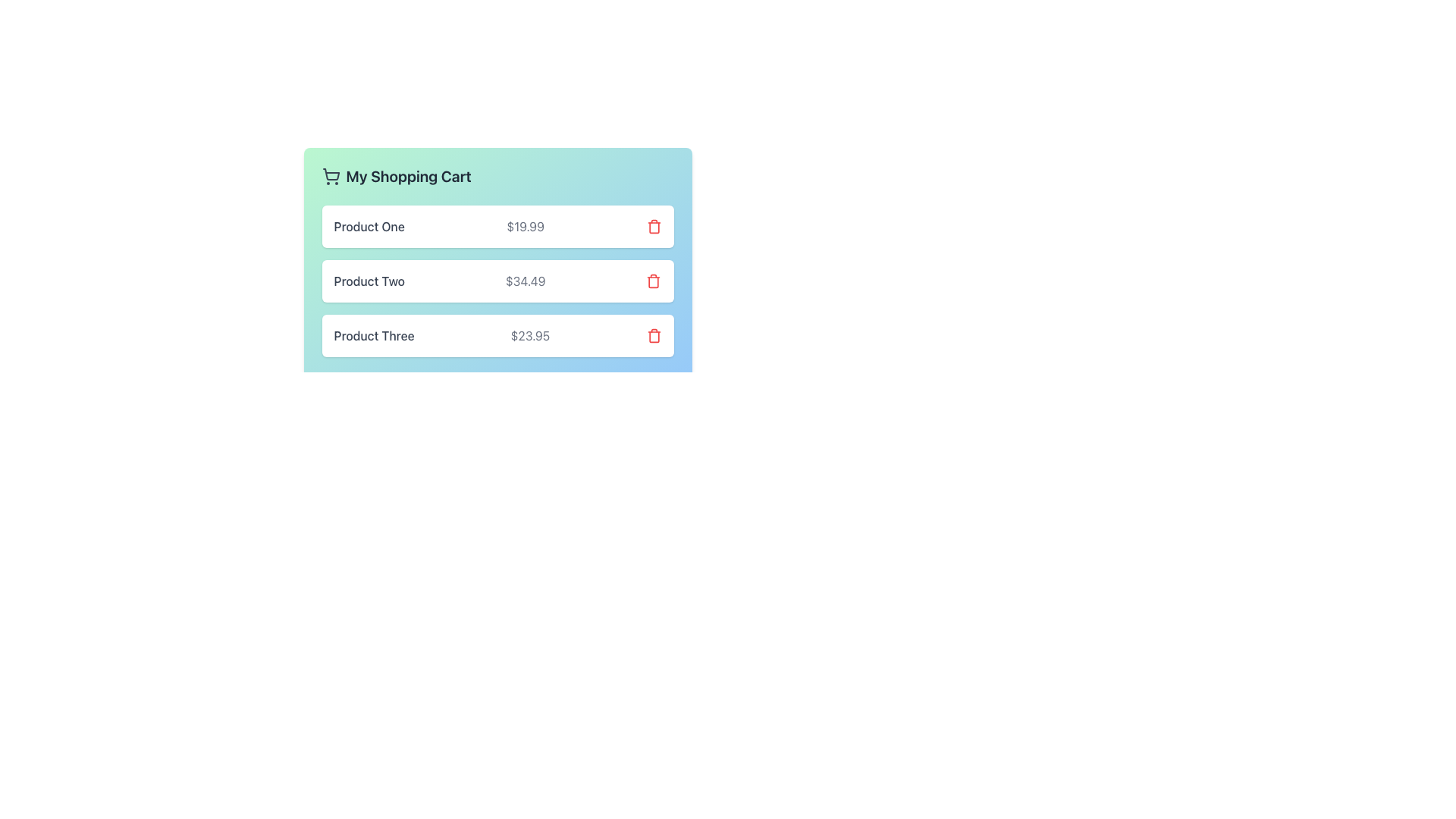 The image size is (1456, 819). What do you see at coordinates (330, 174) in the screenshot?
I see `the base structure of the shopping cart icon, which is part of the icon resembling a shopping cart located to the left of the text 'My Shopping Cart'` at bounding box center [330, 174].